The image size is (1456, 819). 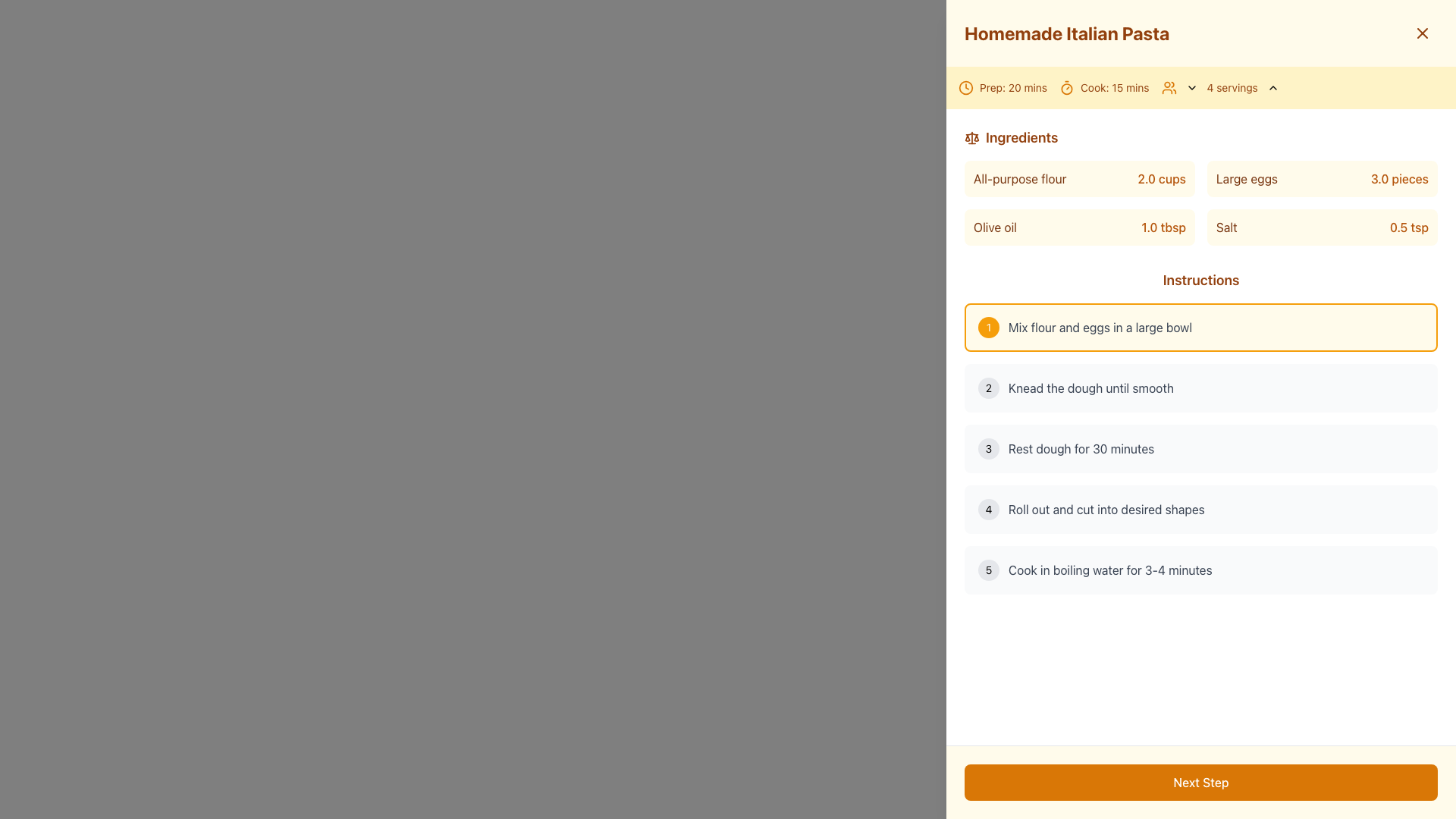 What do you see at coordinates (989, 447) in the screenshot?
I see `the circular step indicator containing the number '3'` at bounding box center [989, 447].